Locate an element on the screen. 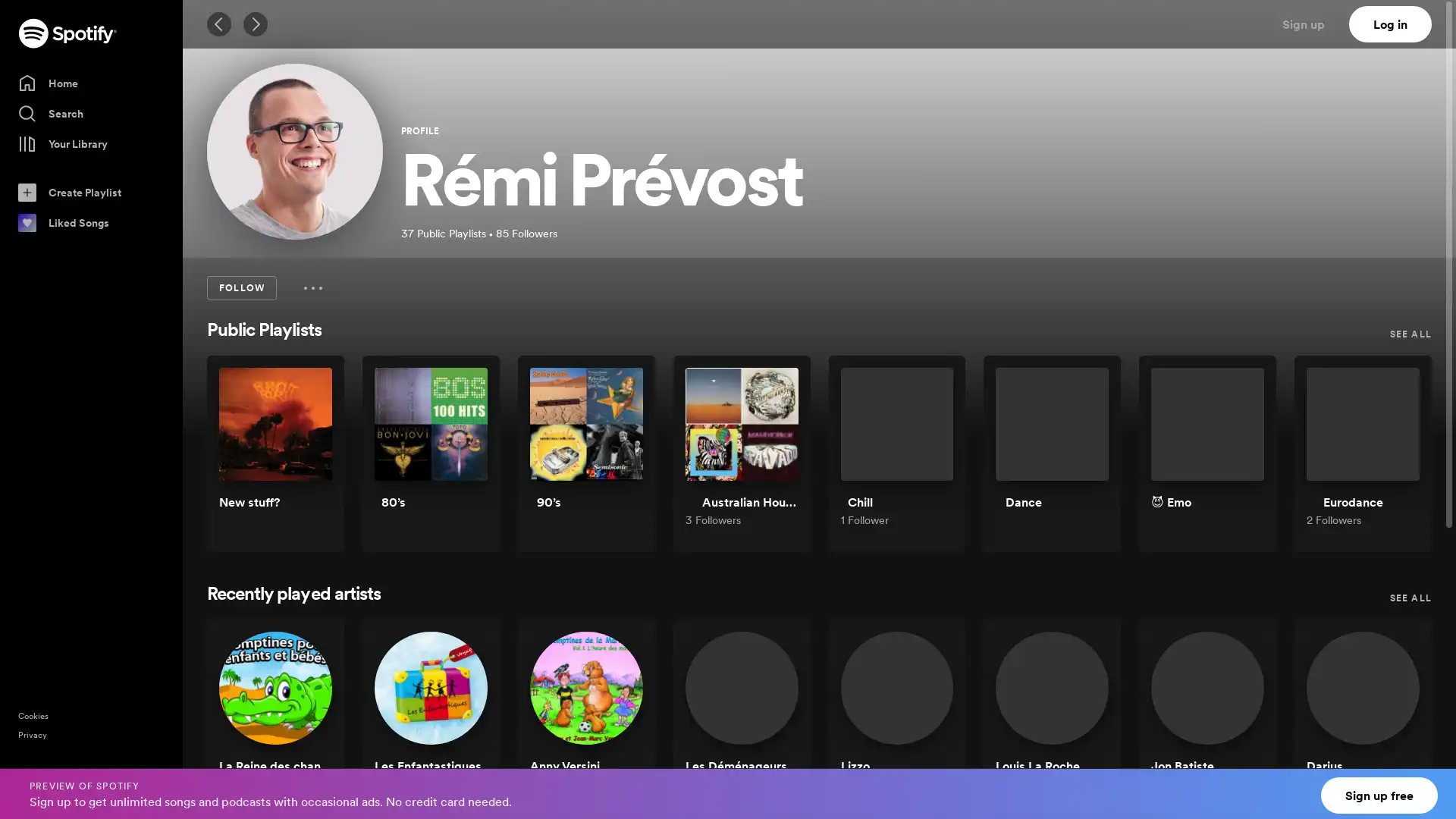 The height and width of the screenshot is (819, 1456). Play Anny Versini is located at coordinates (618, 724).